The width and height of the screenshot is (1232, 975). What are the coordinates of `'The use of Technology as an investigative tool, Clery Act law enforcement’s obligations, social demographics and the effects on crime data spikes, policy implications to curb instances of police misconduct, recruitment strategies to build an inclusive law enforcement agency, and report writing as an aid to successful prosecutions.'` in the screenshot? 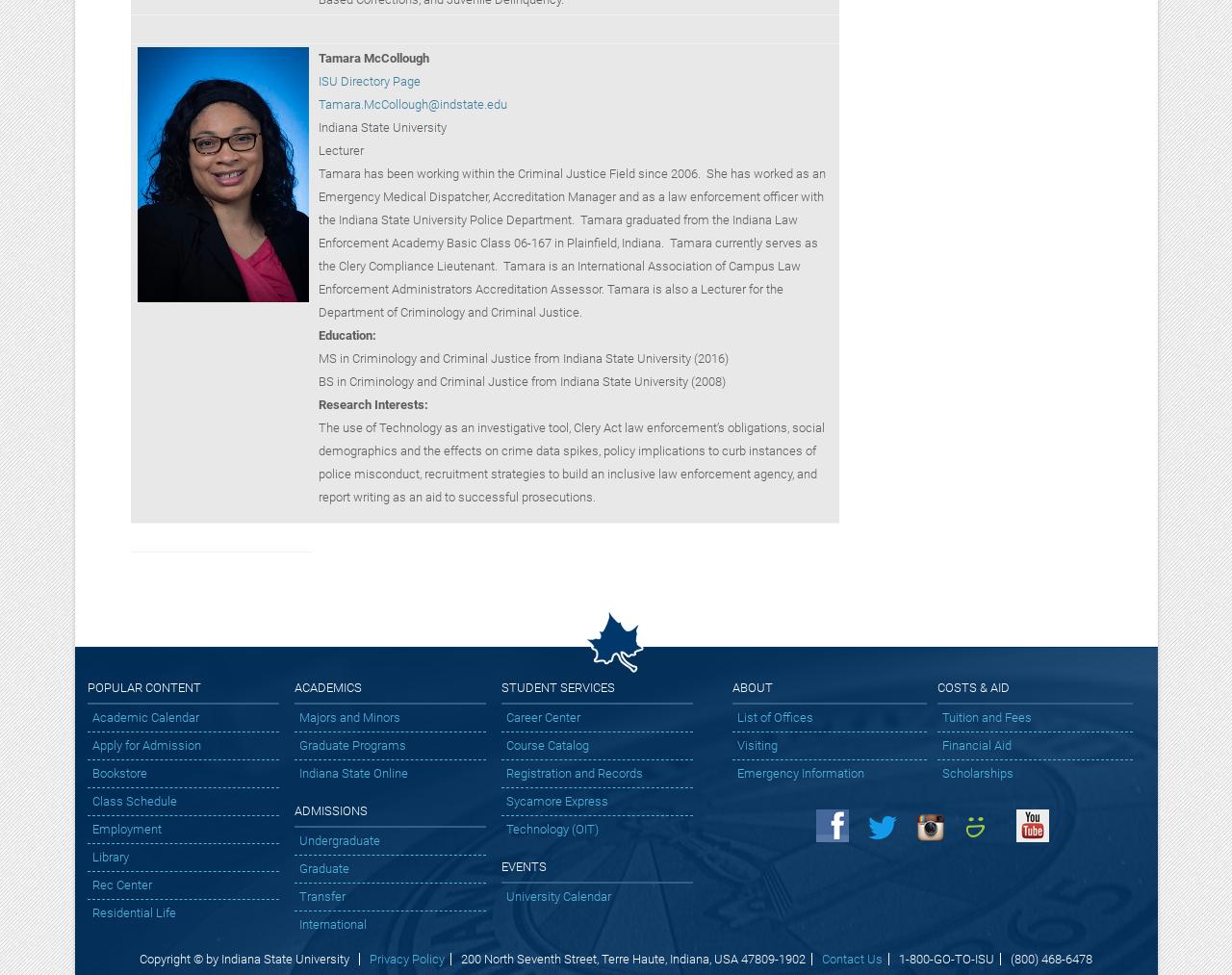 It's located at (570, 460).